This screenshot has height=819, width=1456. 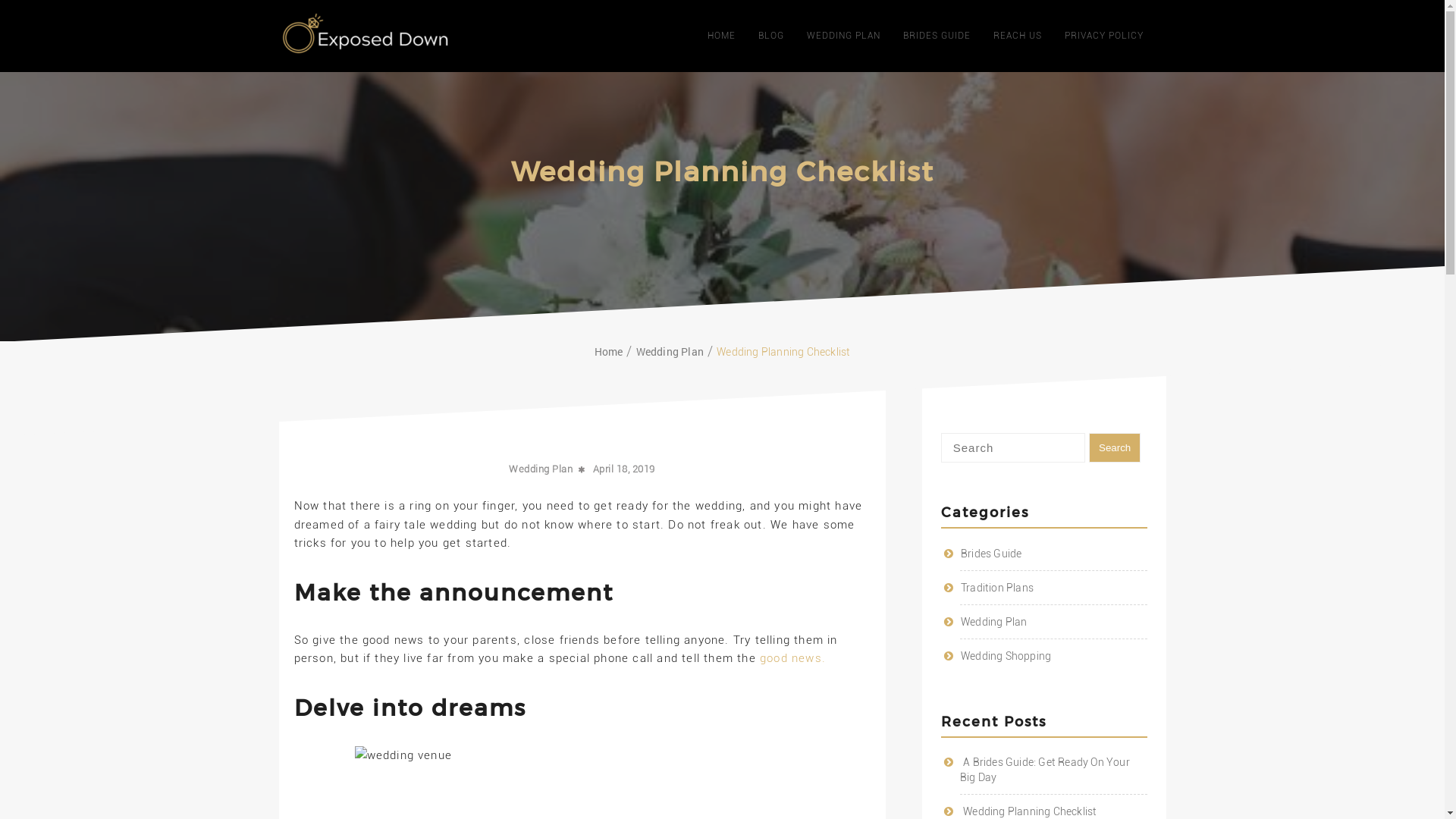 I want to click on 'Tradition Plans', so click(x=960, y=587).